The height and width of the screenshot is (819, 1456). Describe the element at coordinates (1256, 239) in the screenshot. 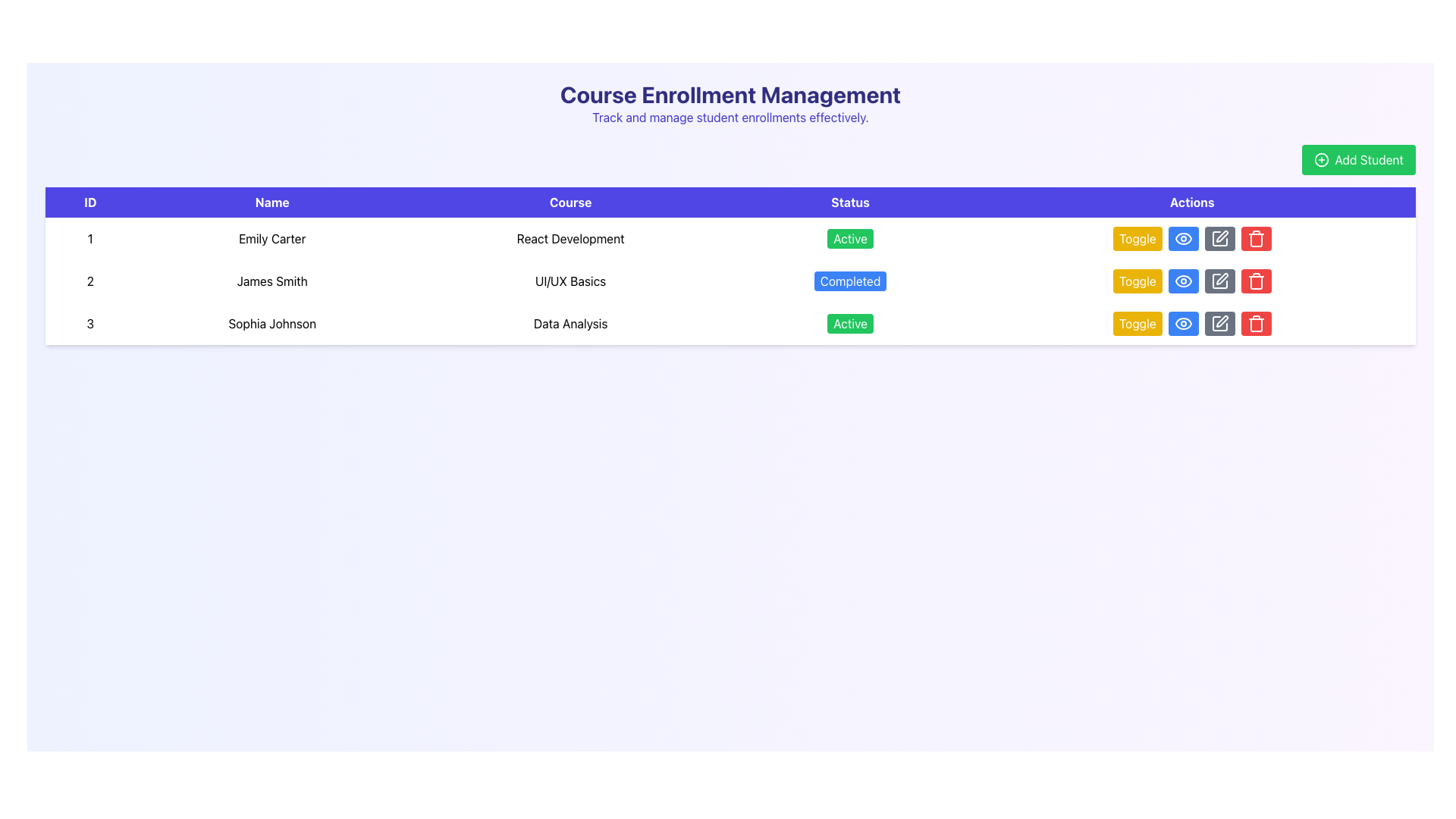

I see `the trash icon delete button located in the 'Actions' column of the table for the student record of Sophia Johnson` at that location.